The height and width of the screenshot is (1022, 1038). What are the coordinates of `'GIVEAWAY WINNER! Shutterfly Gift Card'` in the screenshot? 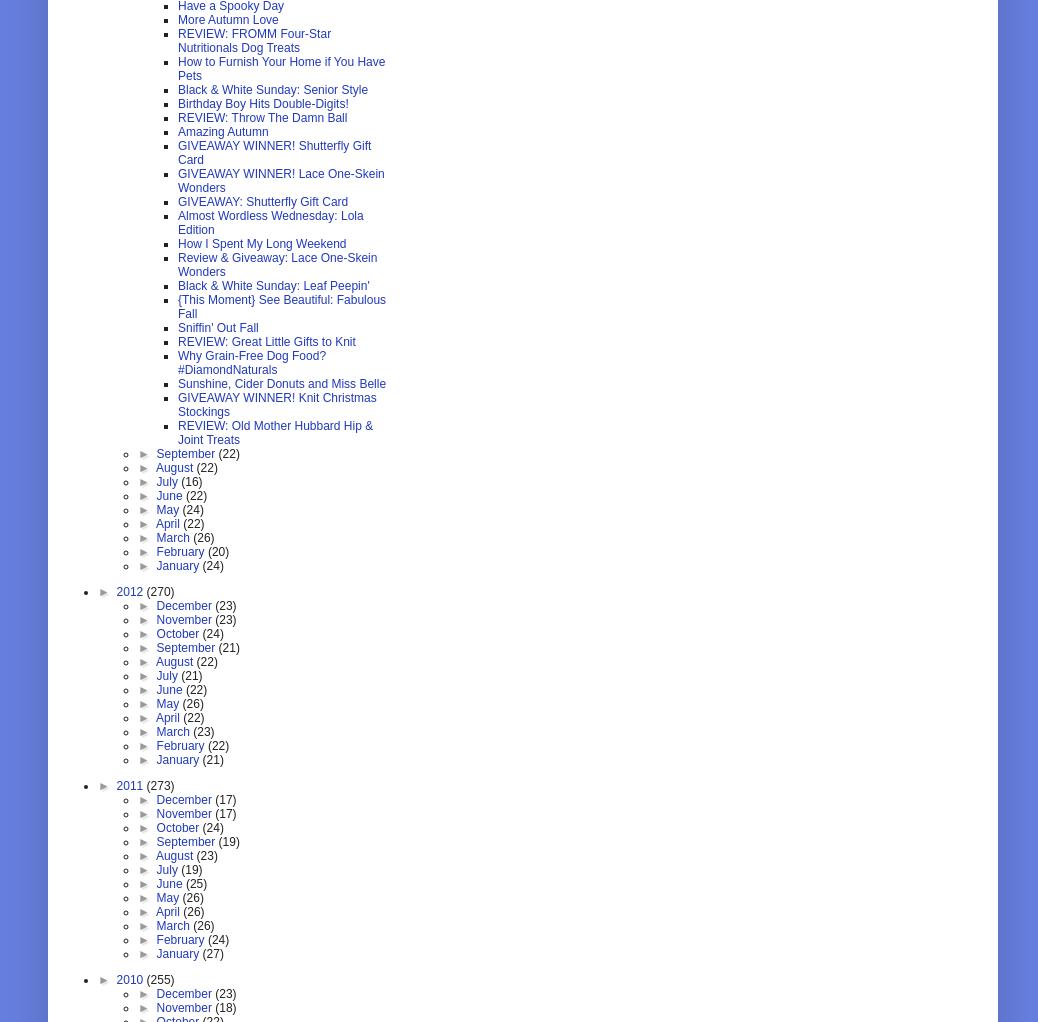 It's located at (274, 151).